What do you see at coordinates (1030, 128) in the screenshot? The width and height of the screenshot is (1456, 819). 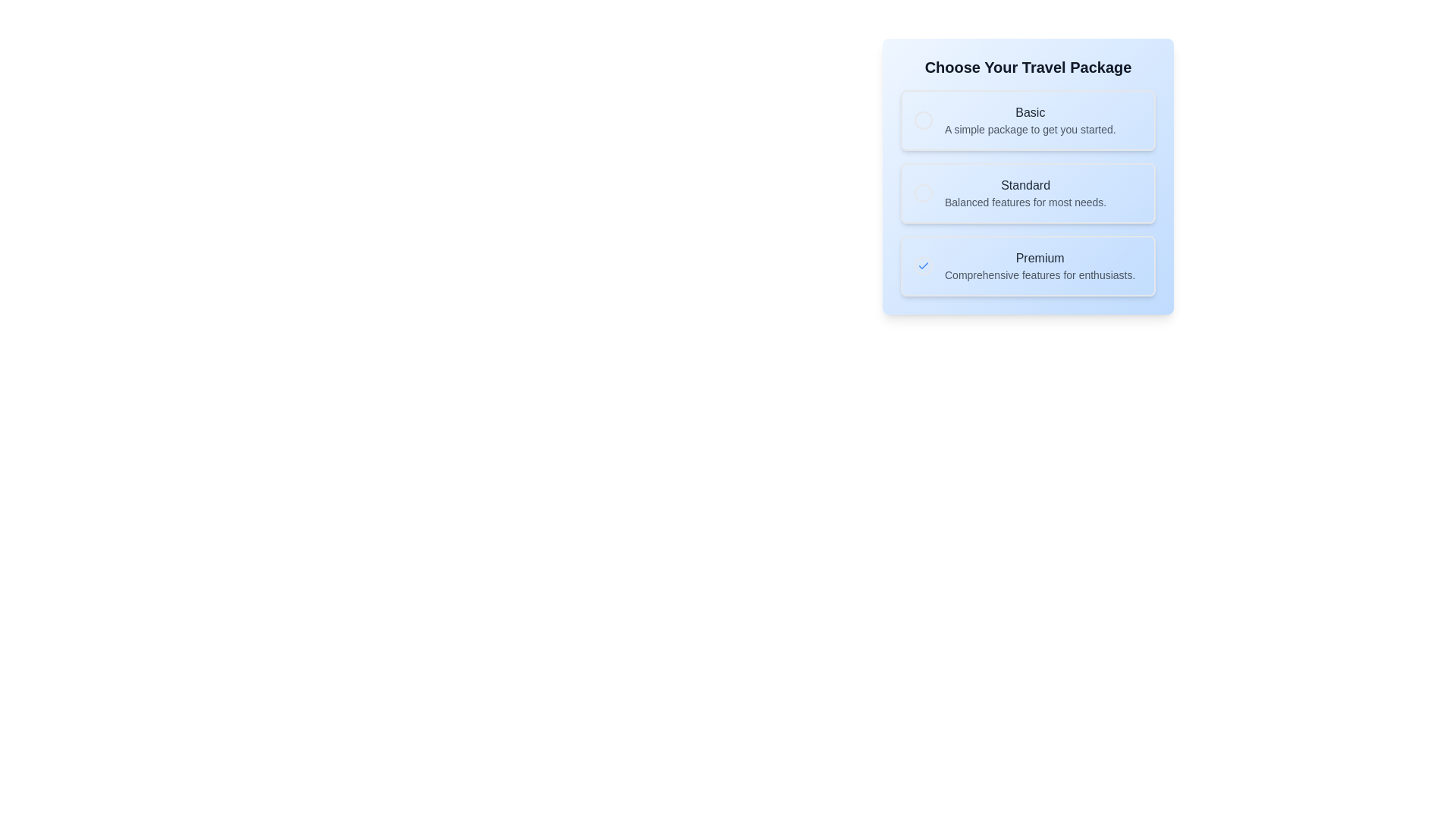 I see `the text label 'A simple package to get you started.' which is positioned directly below the title 'Basic' in a light-blue background section` at bounding box center [1030, 128].